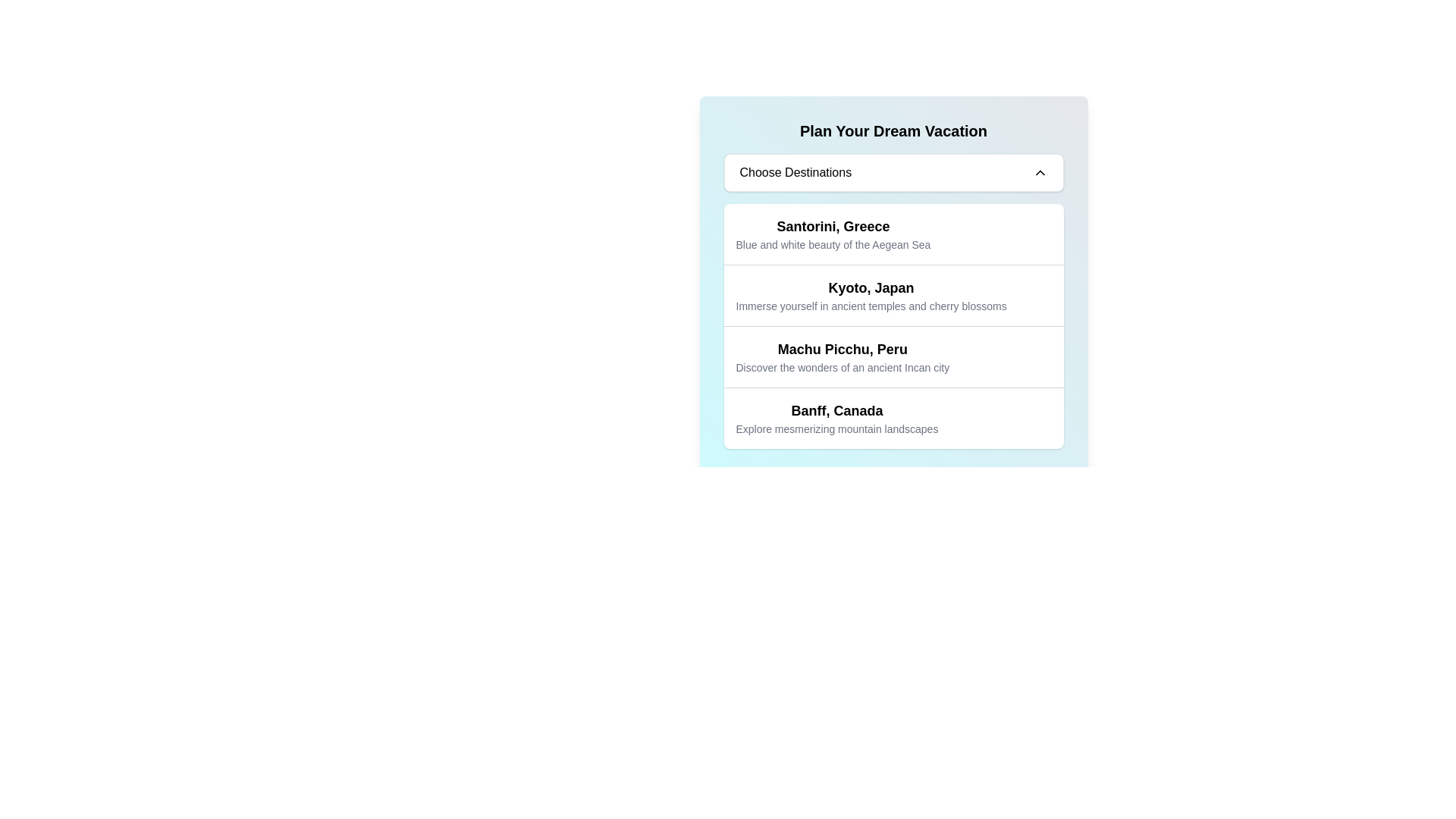  I want to click on the dropdown button located under the 'Plan Your Dream Vacation' title to enable keyboard interaction, so click(893, 171).